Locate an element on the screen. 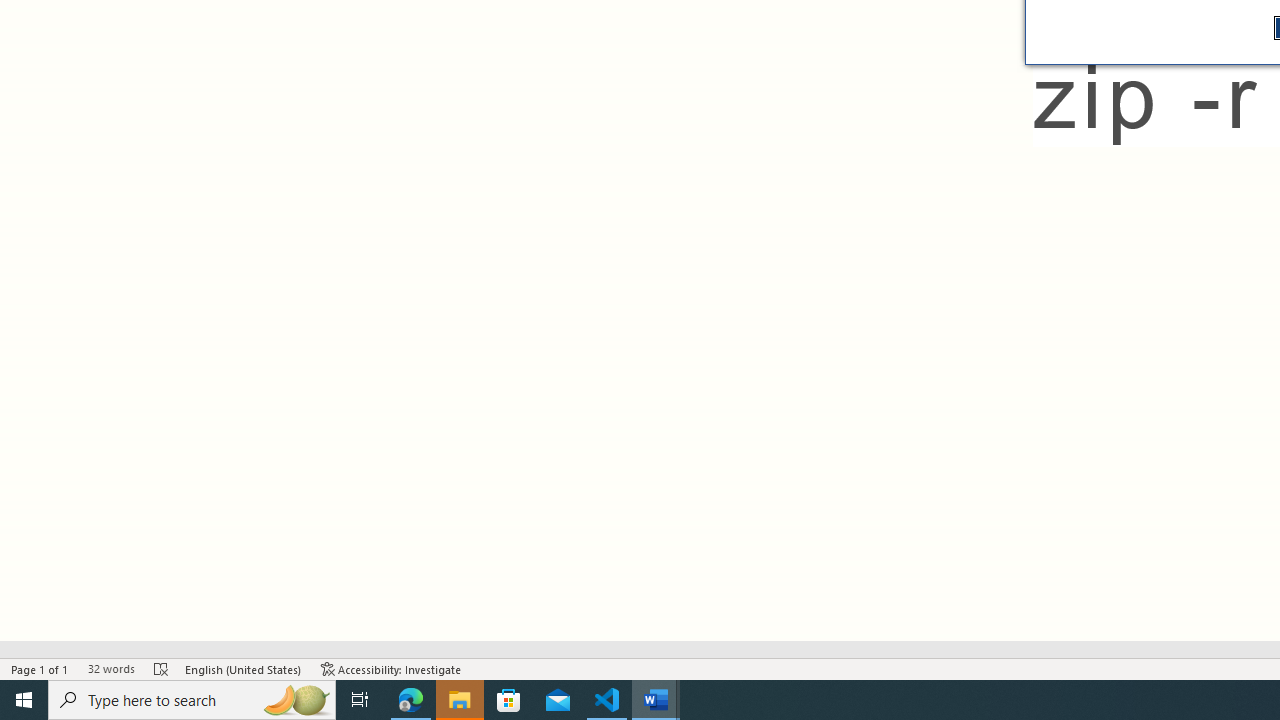 The width and height of the screenshot is (1280, 720). 'Search highlights icon opens search home window' is located at coordinates (294, 698).